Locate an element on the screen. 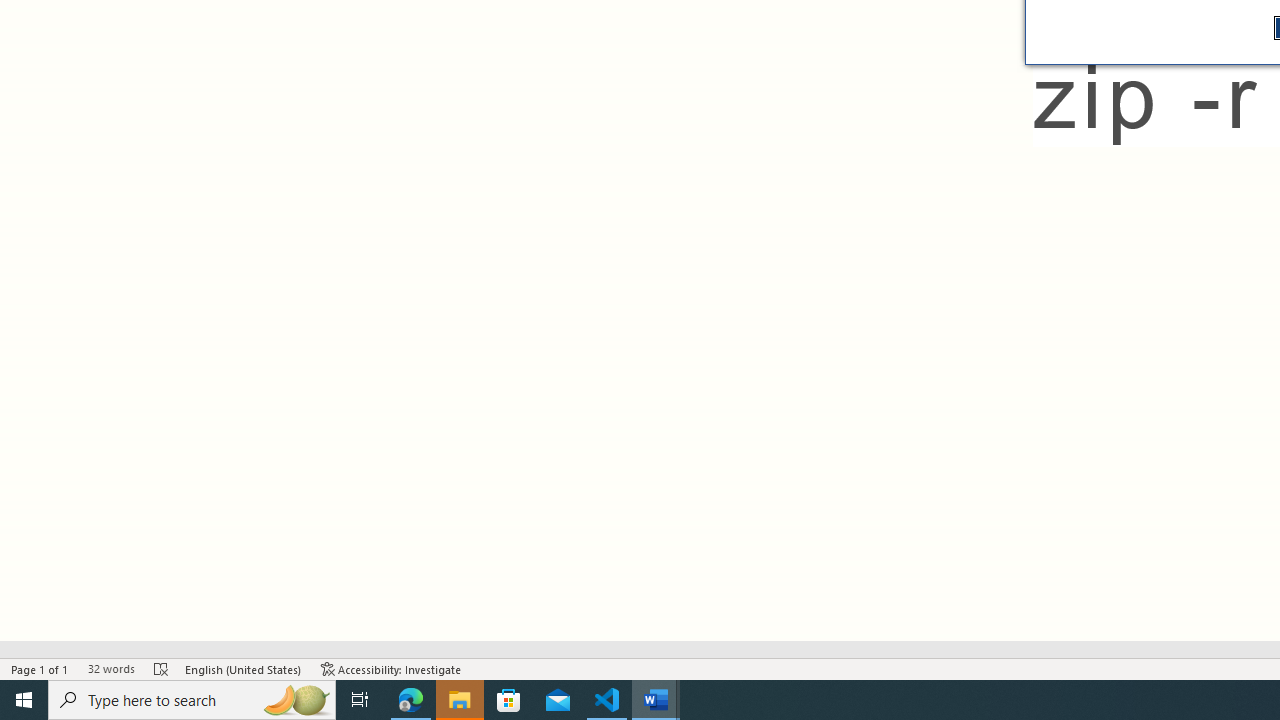 The width and height of the screenshot is (1280, 720). 'Search highlights icon opens search home window' is located at coordinates (294, 698).